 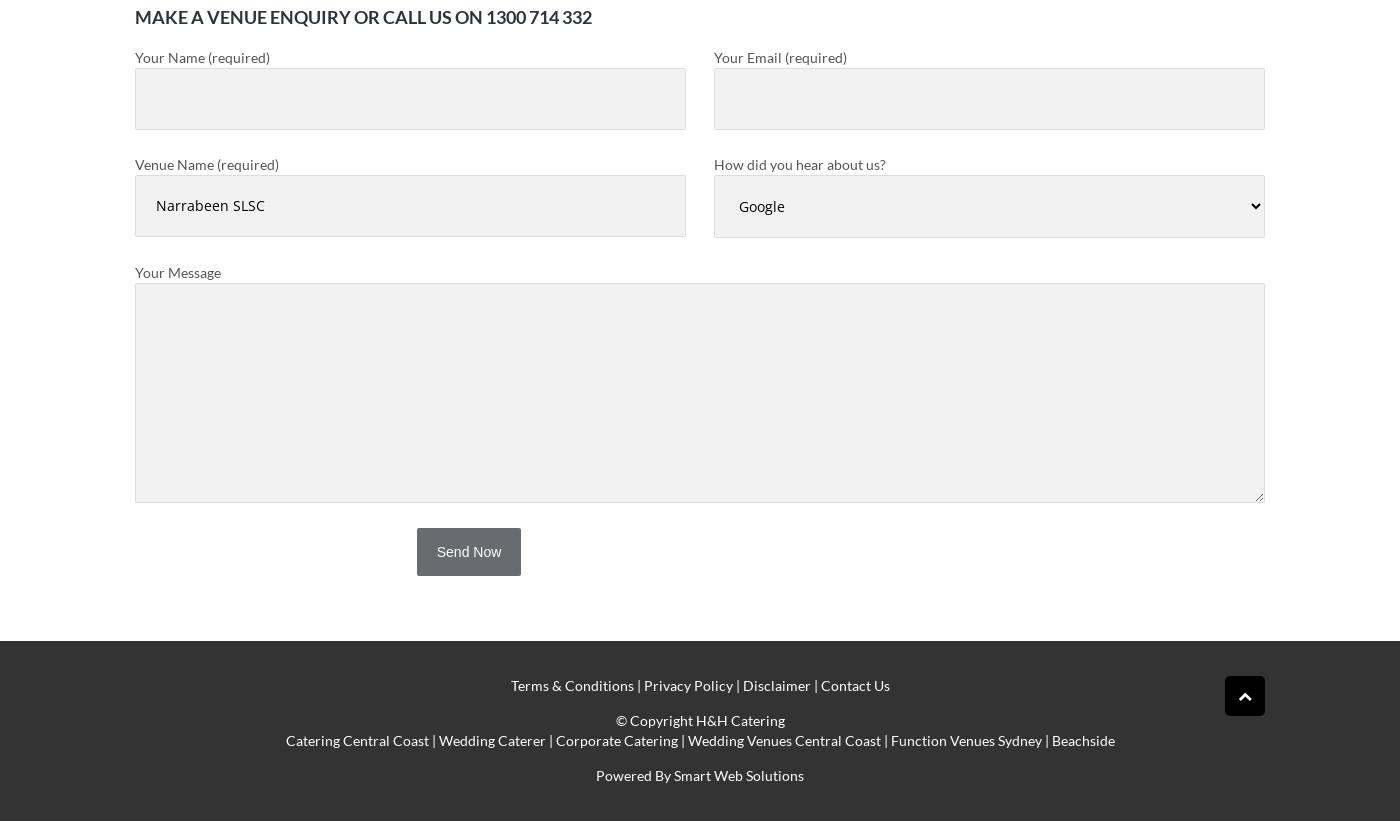 What do you see at coordinates (207, 164) in the screenshot?
I see `'Venue Name (required)'` at bounding box center [207, 164].